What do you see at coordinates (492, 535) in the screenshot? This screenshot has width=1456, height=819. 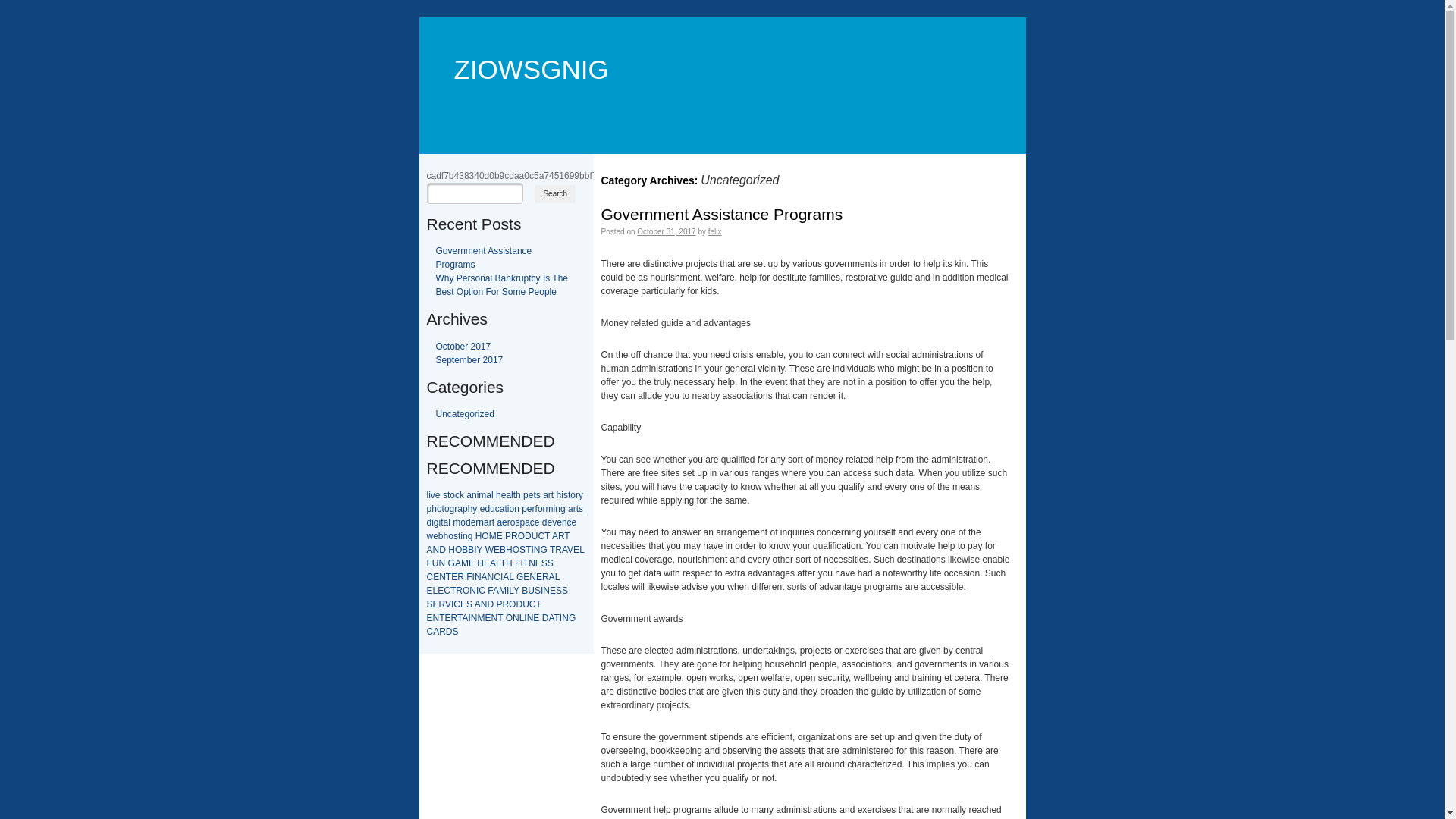 I see `'M'` at bounding box center [492, 535].